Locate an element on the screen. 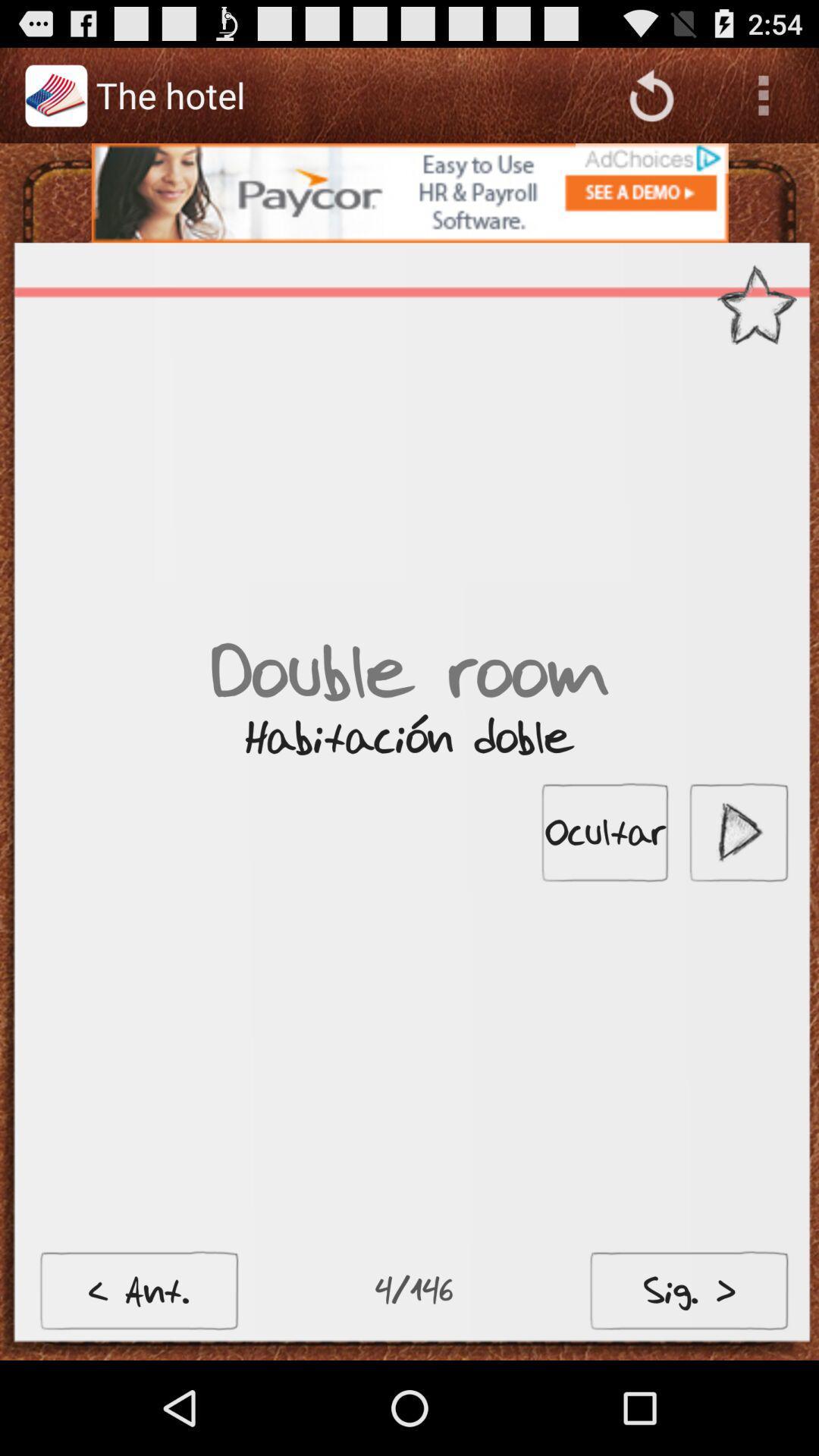  the ocultar is located at coordinates (604, 831).